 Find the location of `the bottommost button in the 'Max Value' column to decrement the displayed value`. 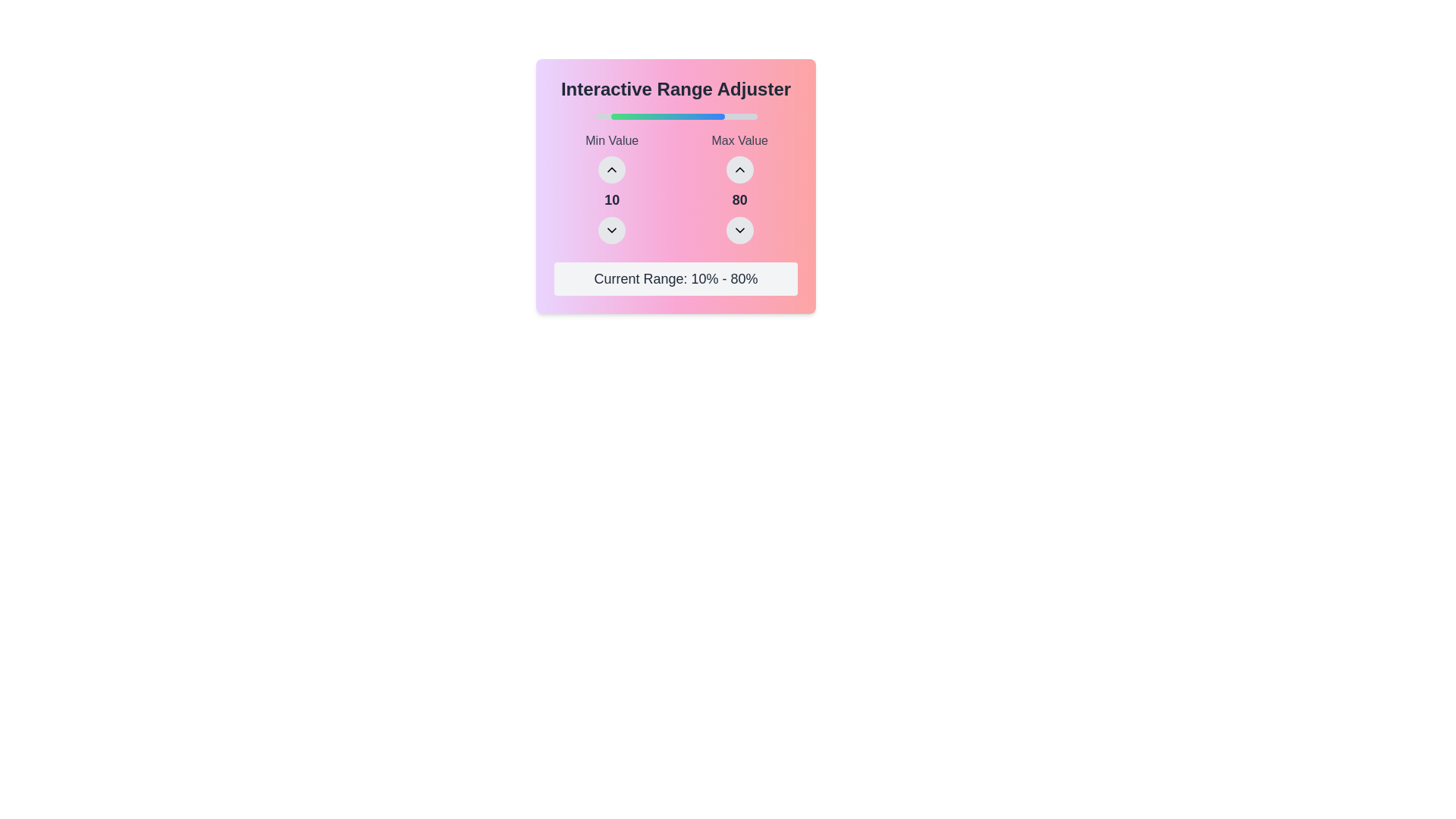

the bottommost button in the 'Max Value' column to decrement the displayed value is located at coordinates (739, 231).